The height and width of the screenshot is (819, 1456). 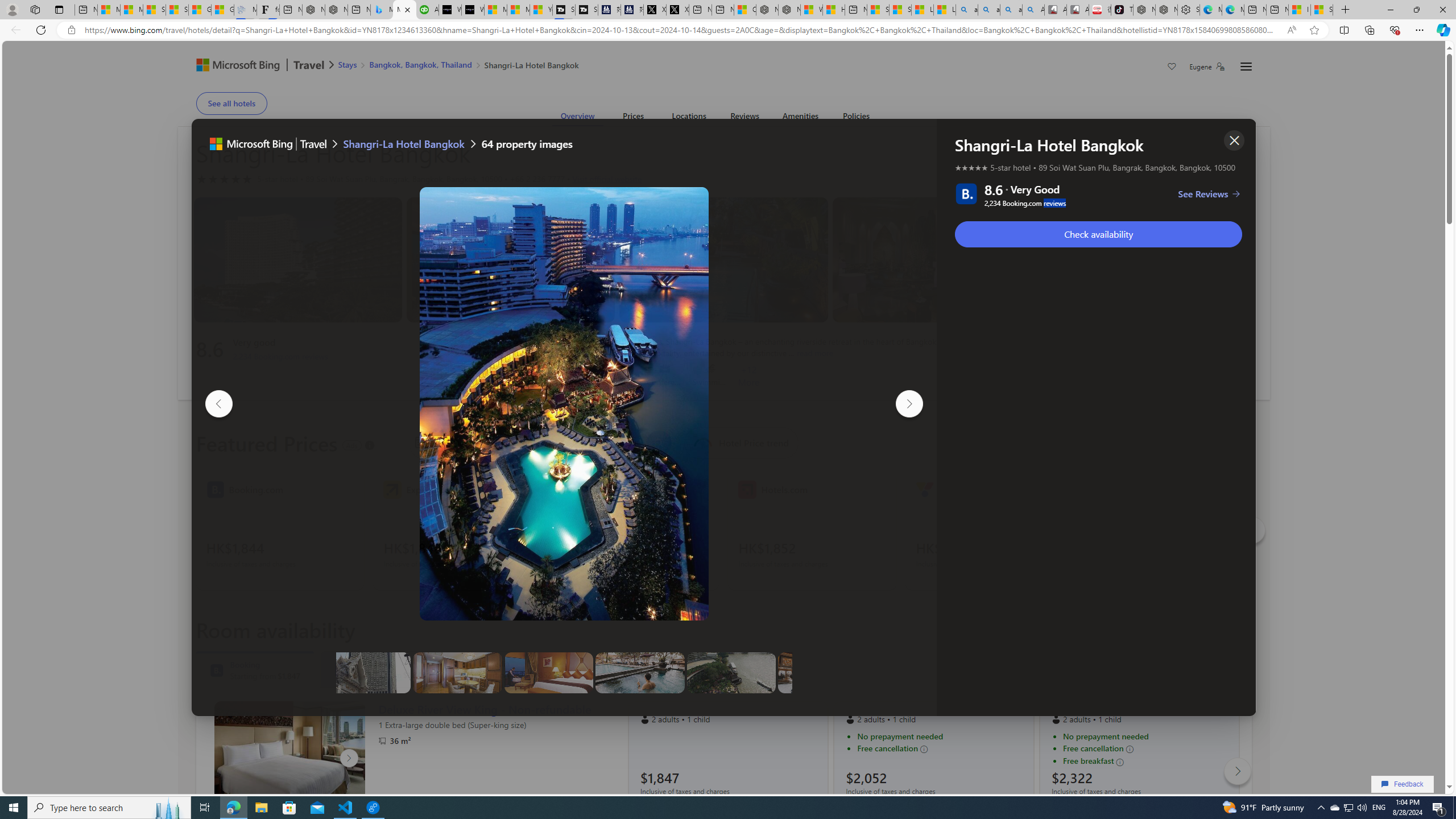 I want to click on 'TikTok', so click(x=1122, y=9).